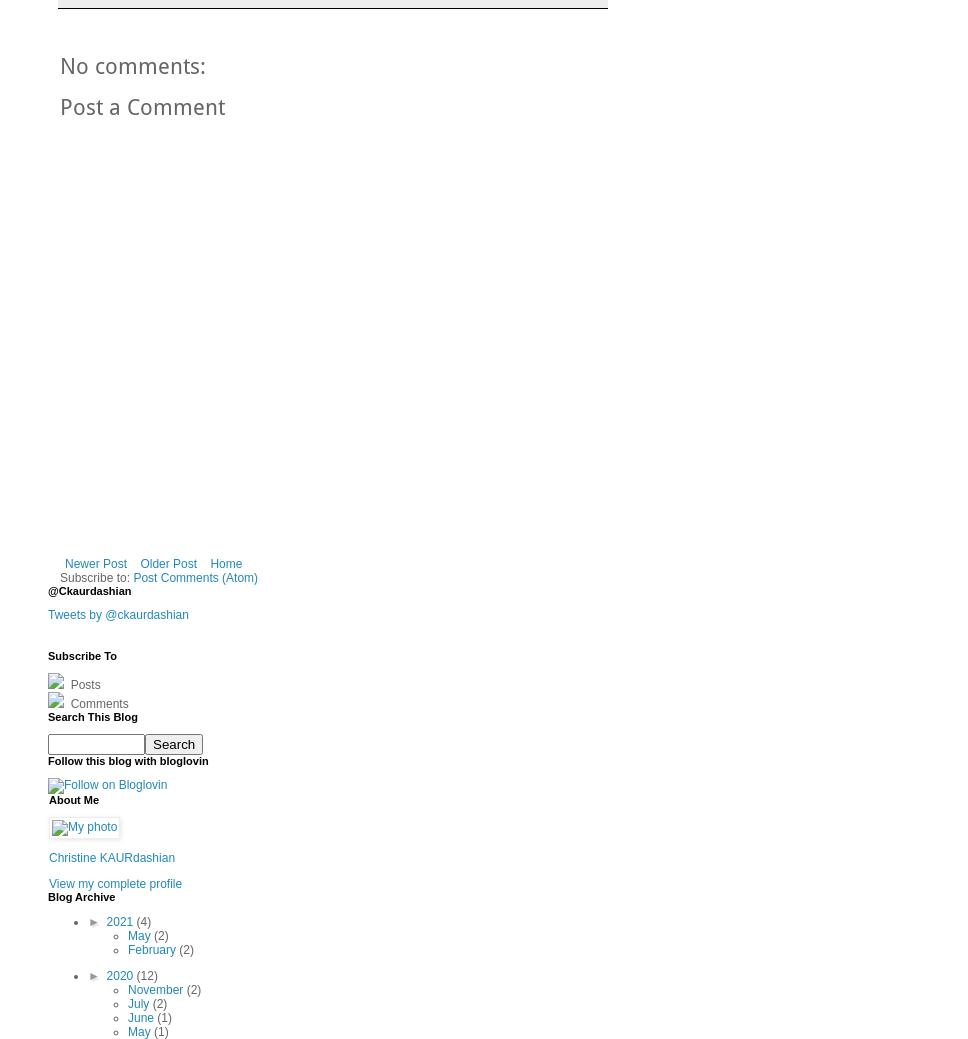 Image resolution: width=968 pixels, height=1039 pixels. Describe the element at coordinates (81, 896) in the screenshot. I see `'Blog Archive'` at that location.